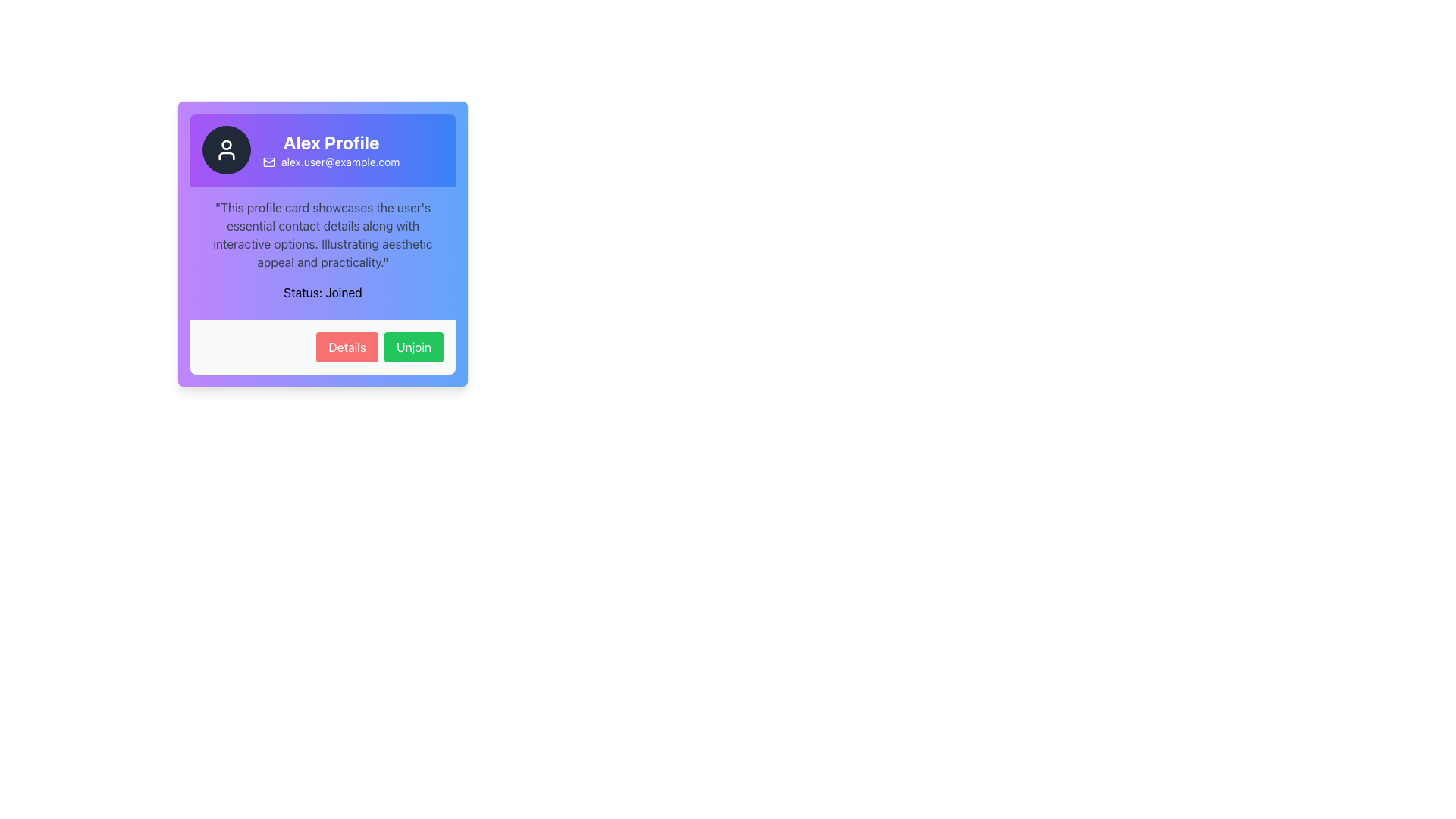 The height and width of the screenshot is (819, 1456). Describe the element at coordinates (225, 145) in the screenshot. I see `SVG circle element representing the user avatar located at the top-left quadrant of the profile card, above the user name and email information` at that location.